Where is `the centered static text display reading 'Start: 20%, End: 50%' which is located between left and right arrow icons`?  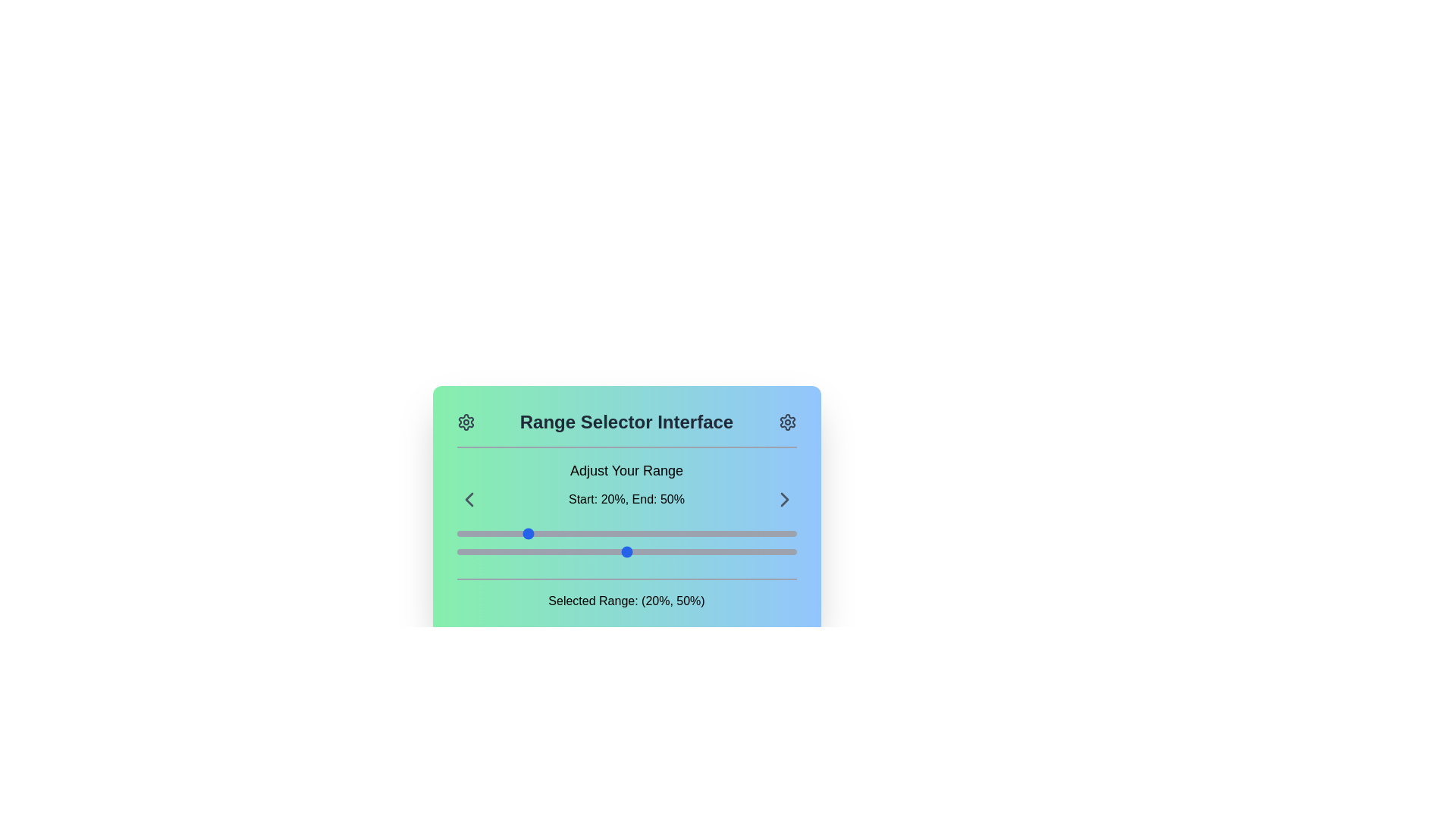
the centered static text display reading 'Start: 20%, End: 50%' which is located between left and right arrow icons is located at coordinates (626, 500).